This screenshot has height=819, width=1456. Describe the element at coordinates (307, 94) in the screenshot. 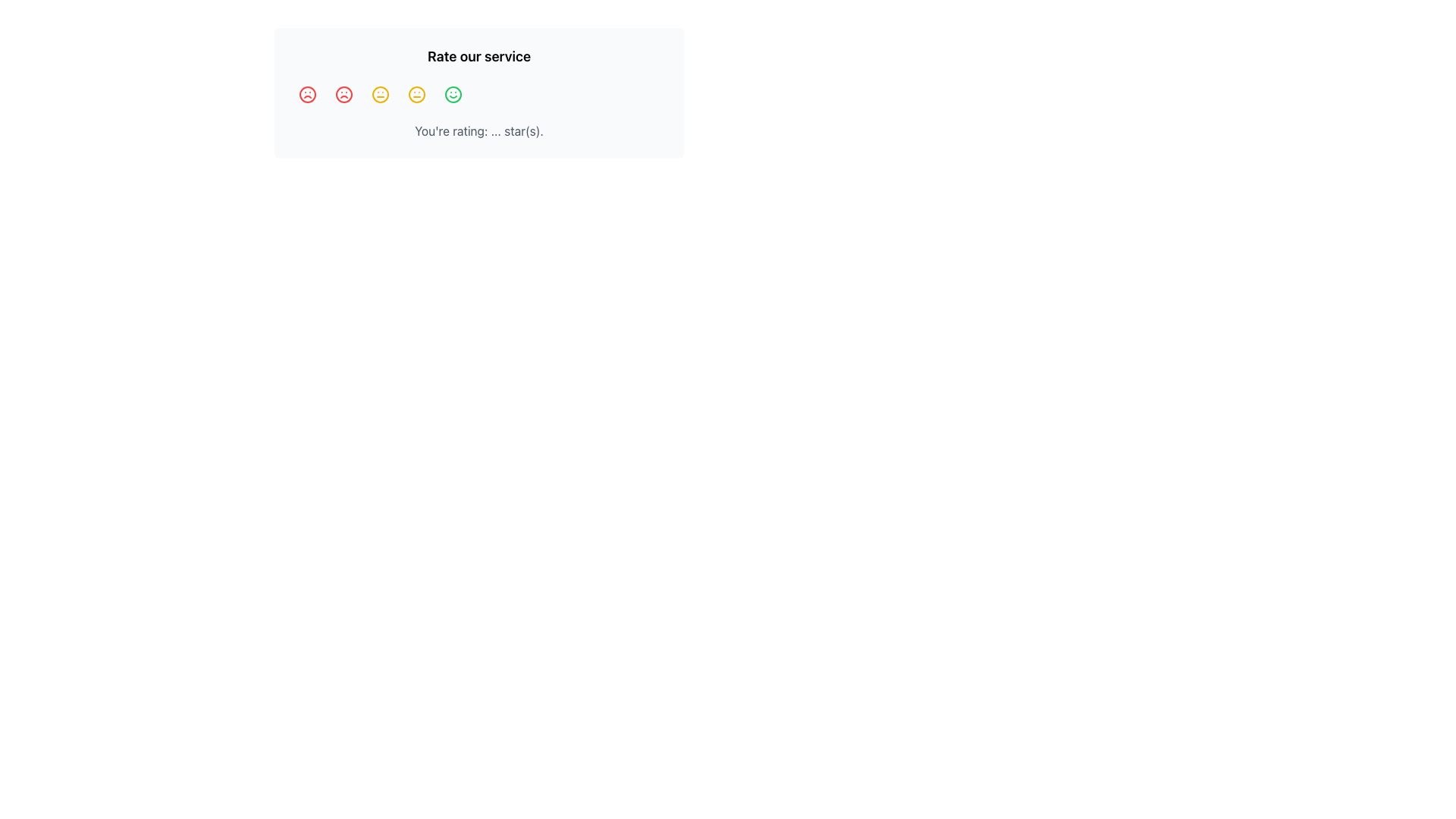

I see `the first icon in the horizontal row of rating options under the 'Rate our service' panel` at that location.